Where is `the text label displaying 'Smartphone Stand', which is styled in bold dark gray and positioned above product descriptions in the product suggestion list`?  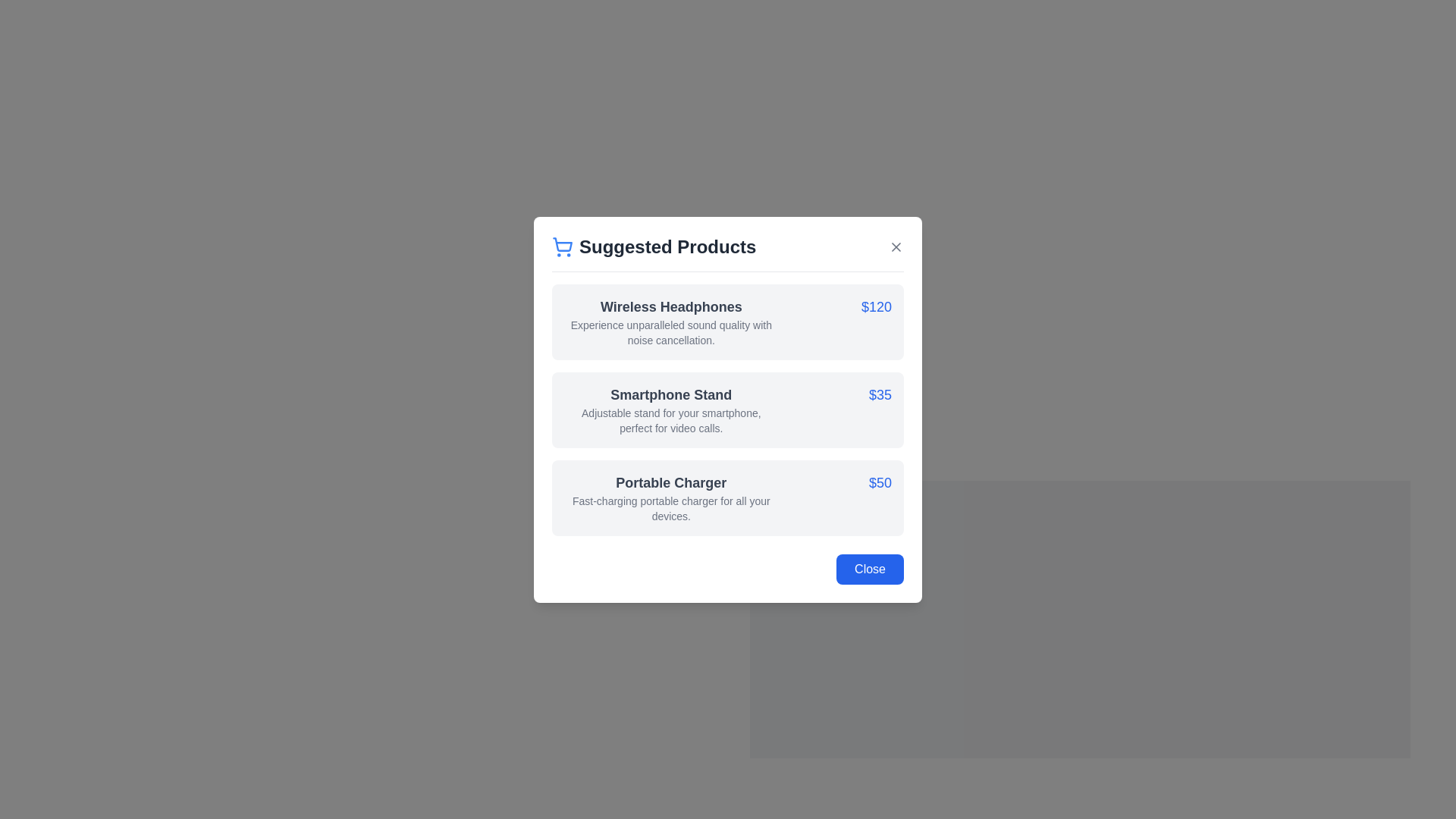
the text label displaying 'Smartphone Stand', which is styled in bold dark gray and positioned above product descriptions in the product suggestion list is located at coordinates (670, 394).